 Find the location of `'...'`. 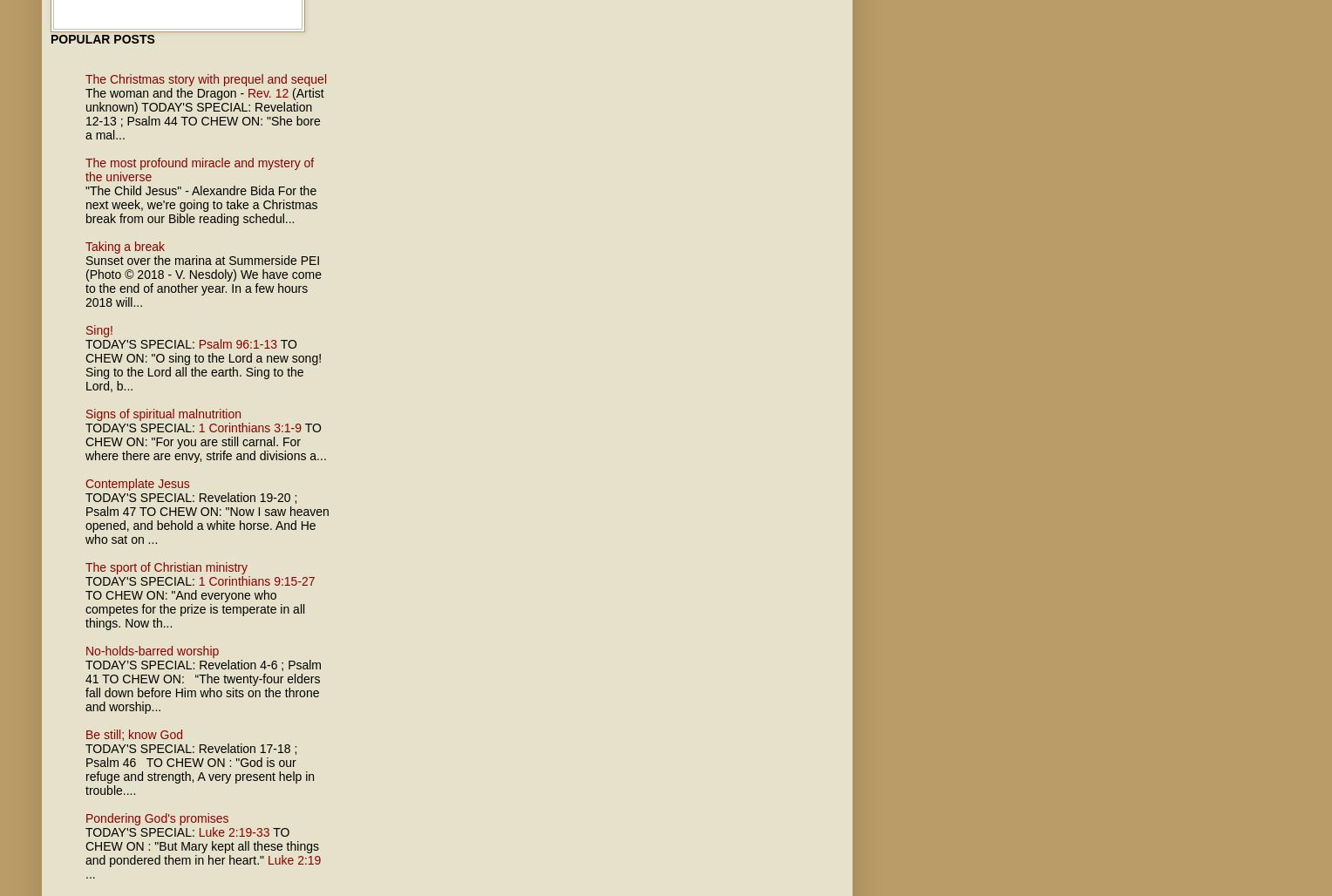

'...' is located at coordinates (89, 873).